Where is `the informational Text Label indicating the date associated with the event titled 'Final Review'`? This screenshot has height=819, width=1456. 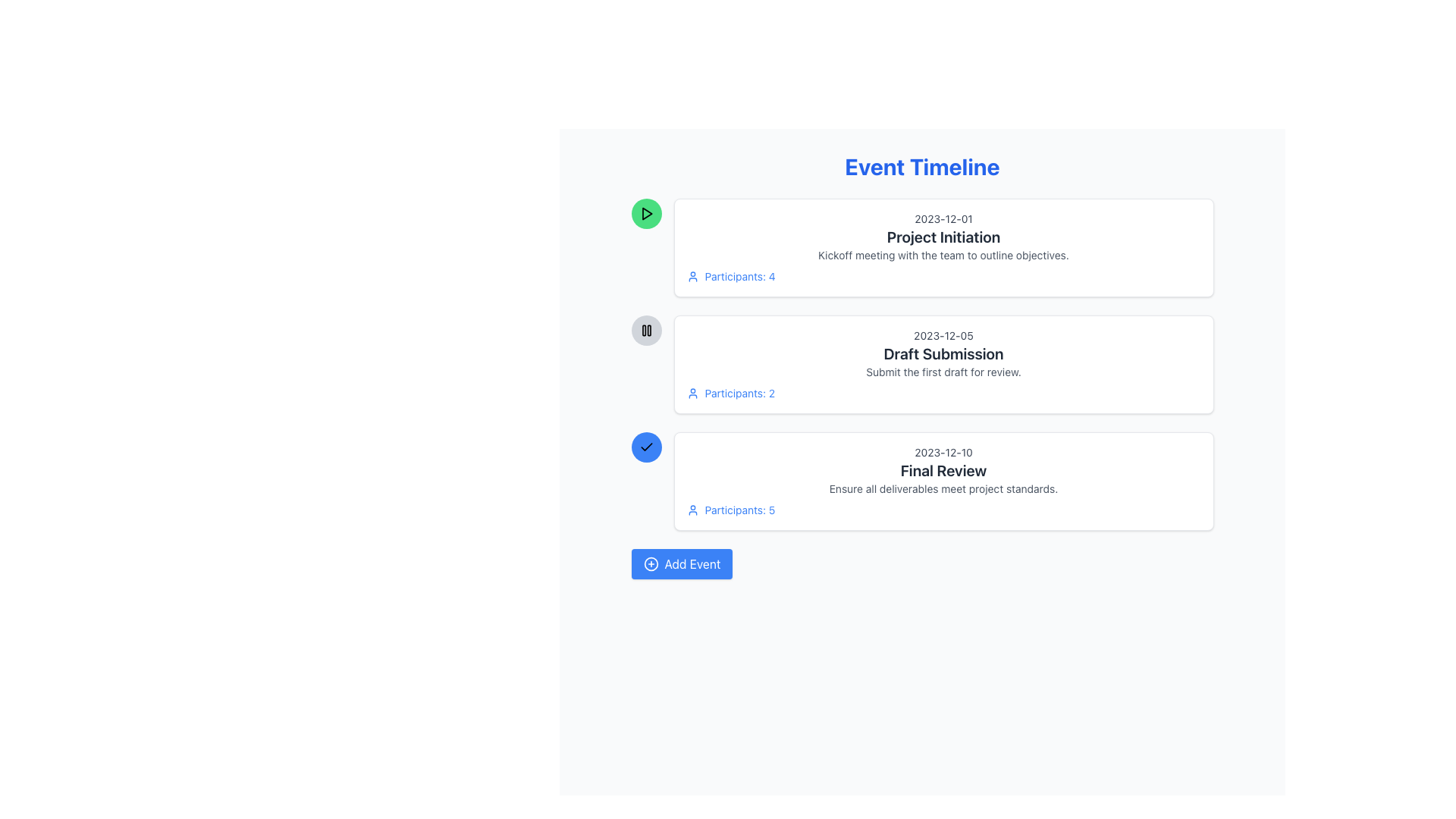
the informational Text Label indicating the date associated with the event titled 'Final Review' is located at coordinates (943, 452).